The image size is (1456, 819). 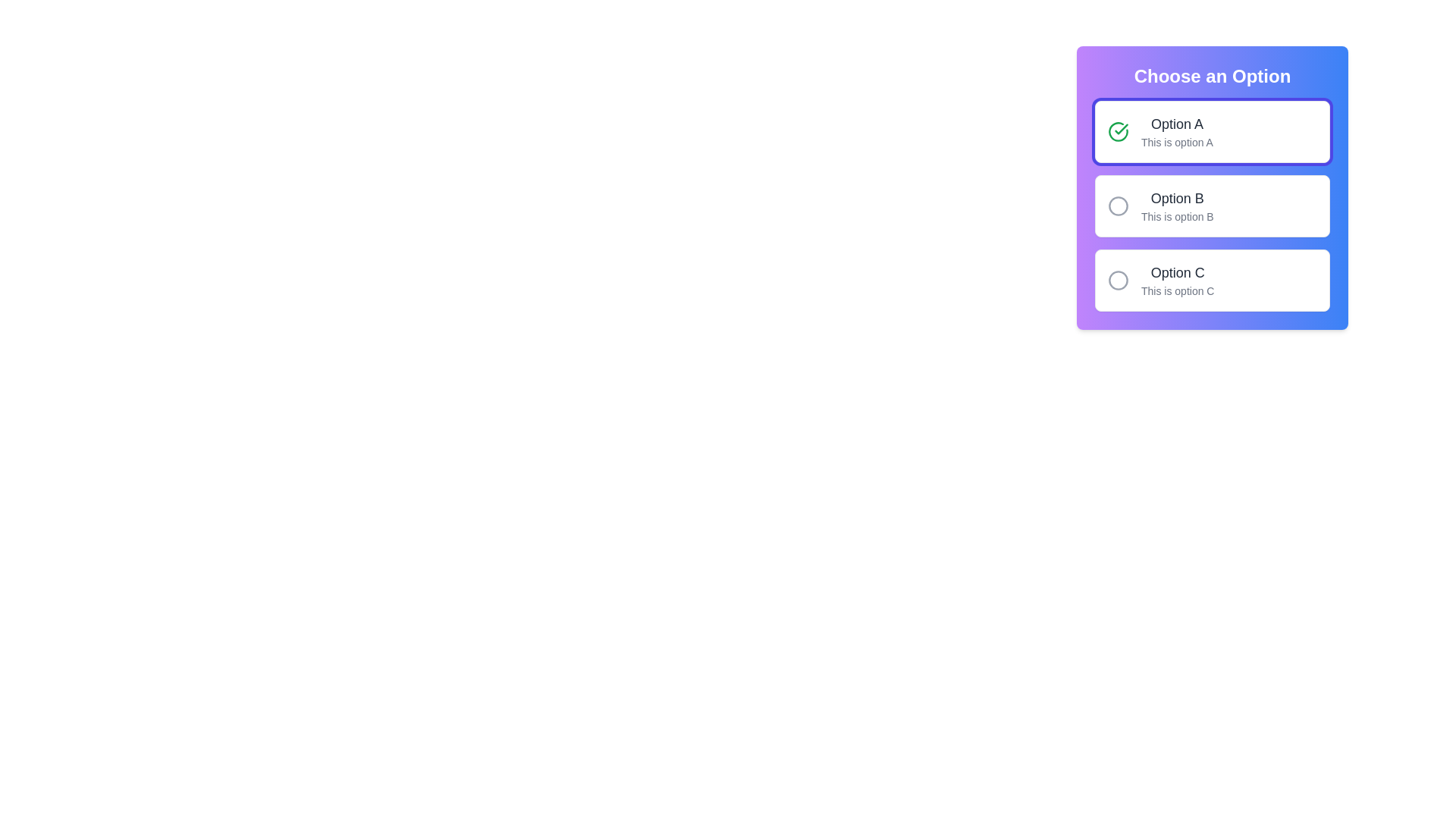 What do you see at coordinates (1122, 128) in the screenshot?
I see `the checkmark icon within the larger circle icon, which indicates the status of 'Option A' in the vertical list of options` at bounding box center [1122, 128].